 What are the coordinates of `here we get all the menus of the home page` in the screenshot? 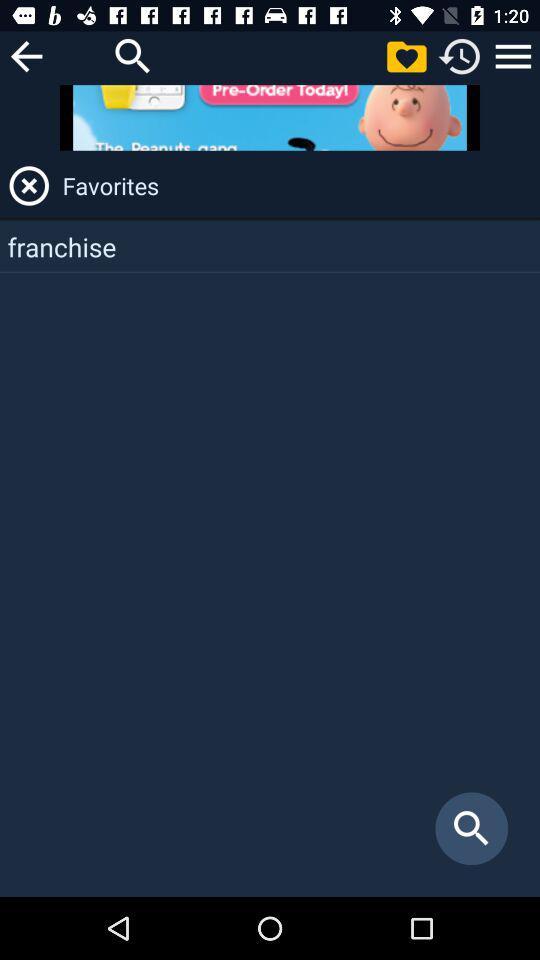 It's located at (513, 55).